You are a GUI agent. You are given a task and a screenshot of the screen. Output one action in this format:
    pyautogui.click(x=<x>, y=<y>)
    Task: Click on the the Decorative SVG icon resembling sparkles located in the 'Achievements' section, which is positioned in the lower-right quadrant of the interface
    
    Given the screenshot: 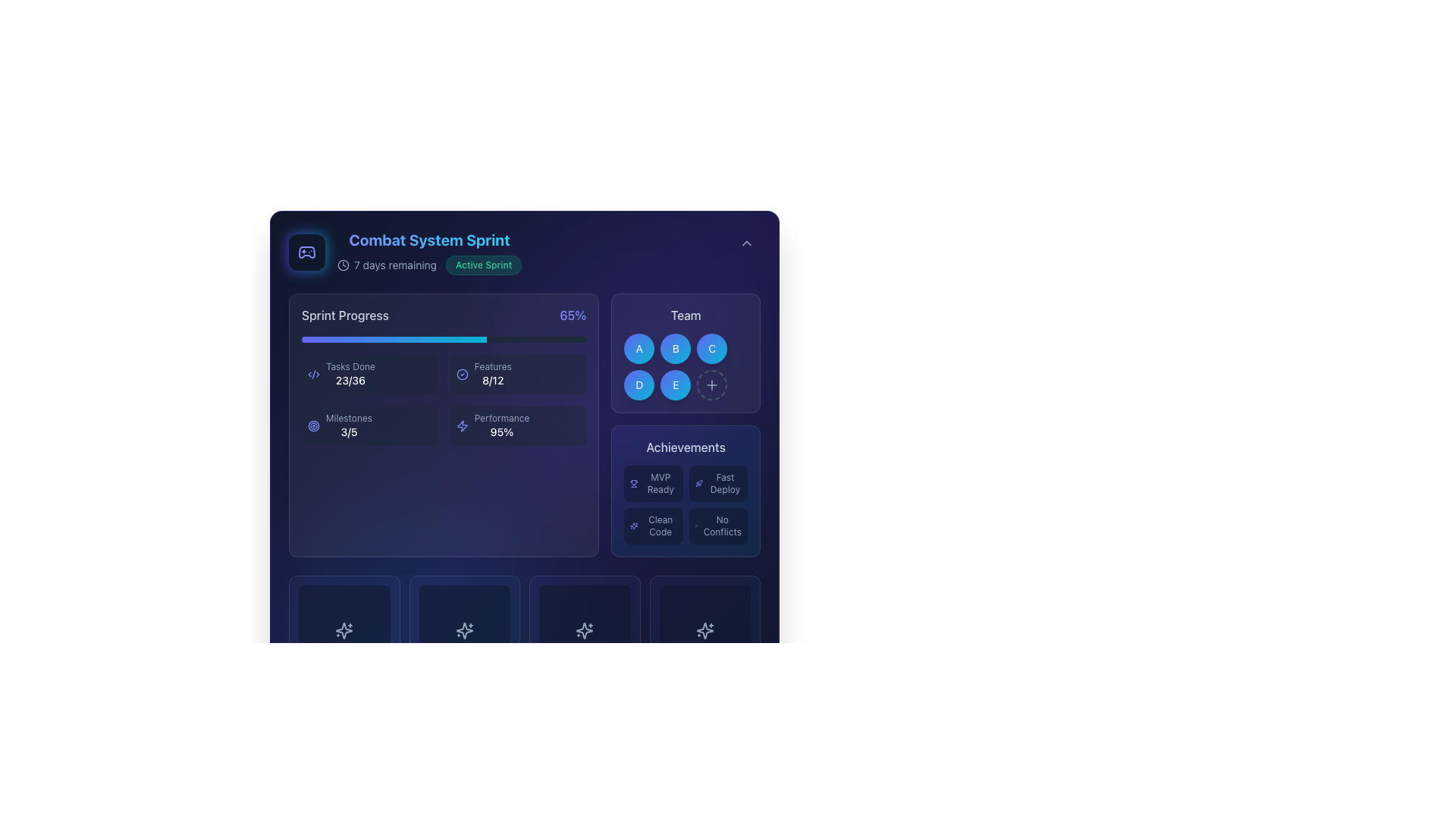 What is the action you would take?
    pyautogui.click(x=634, y=526)
    